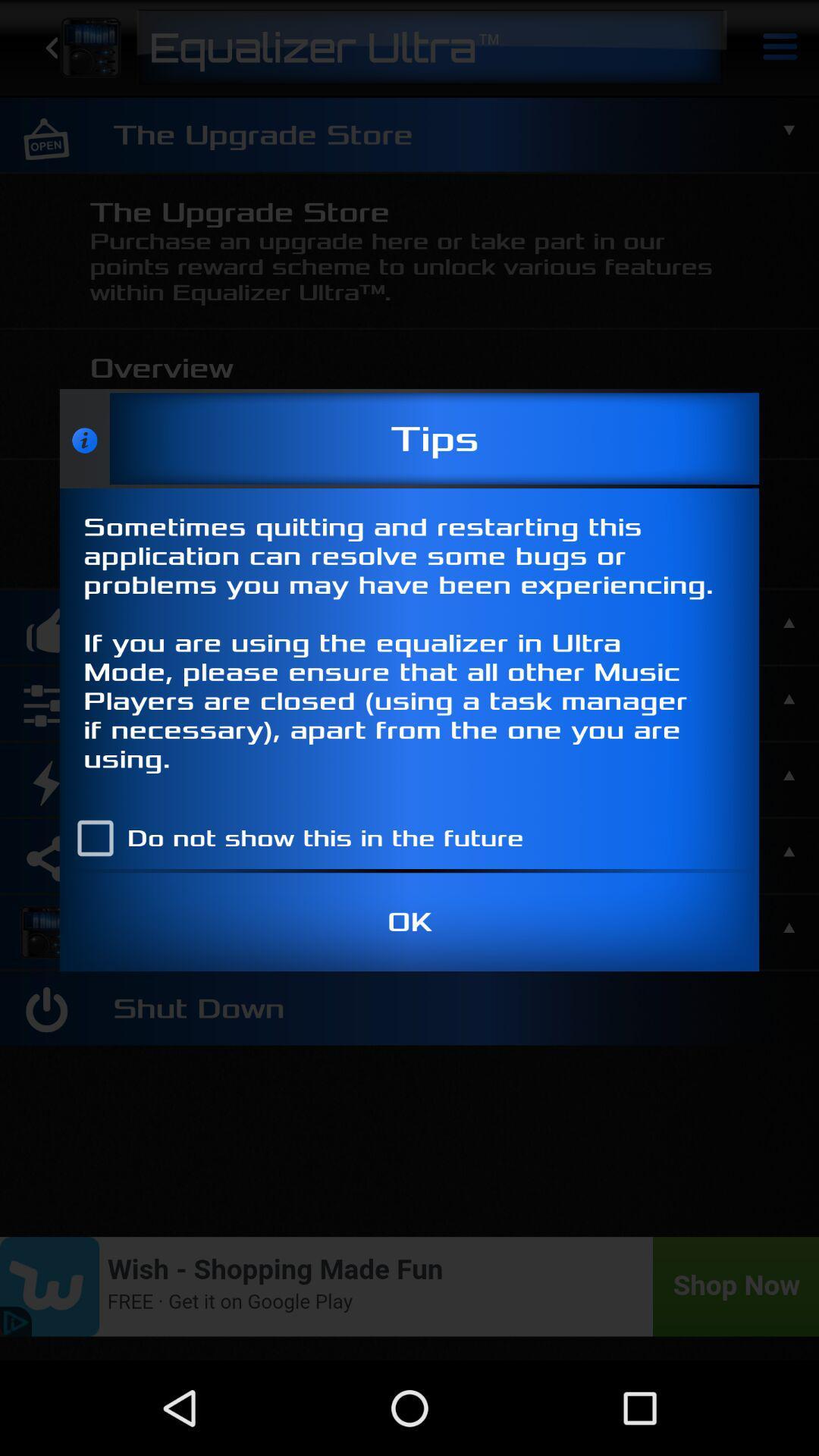 The image size is (819, 1456). I want to click on the ok icon, so click(409, 921).